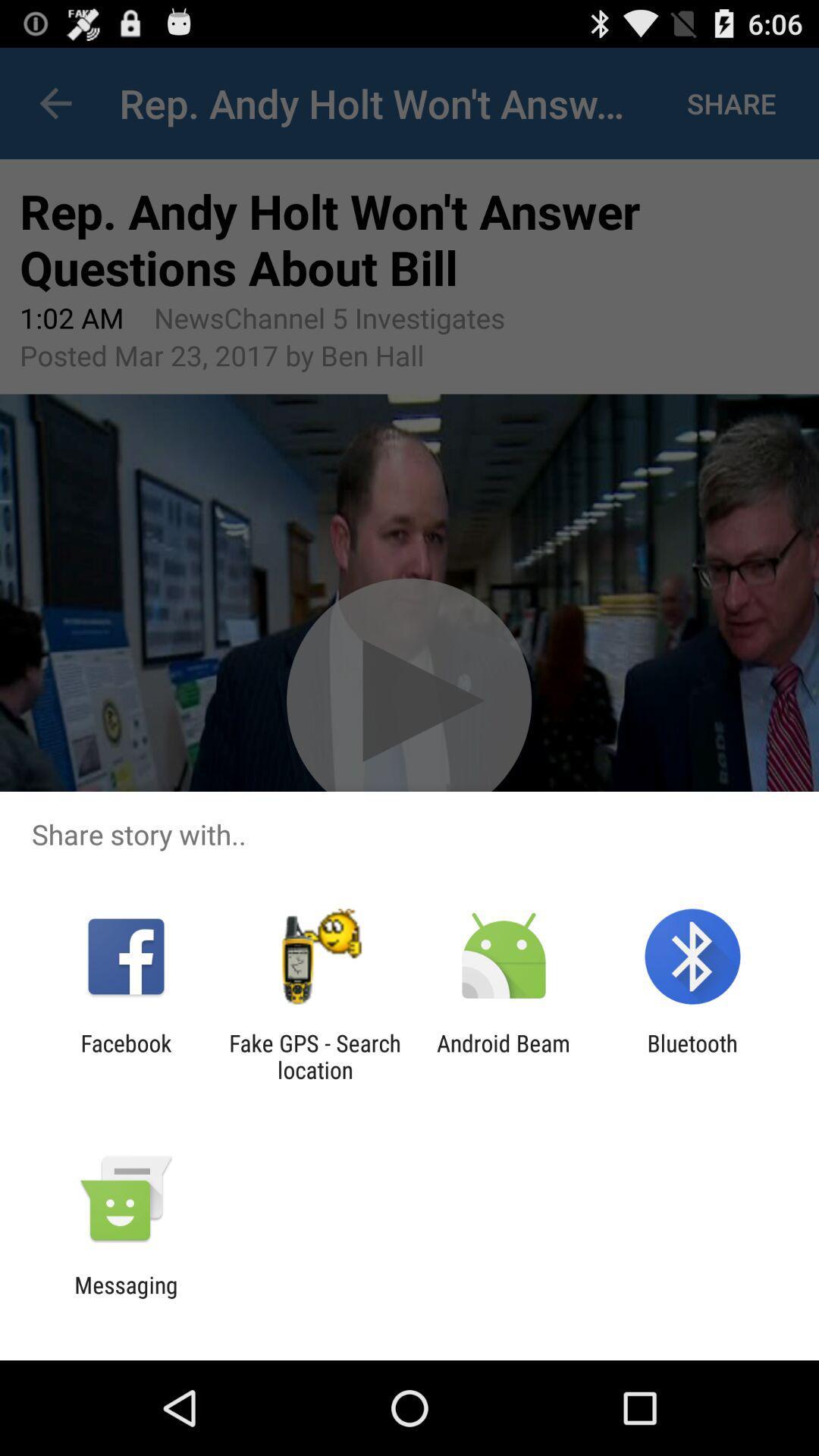  I want to click on android beam item, so click(504, 1056).